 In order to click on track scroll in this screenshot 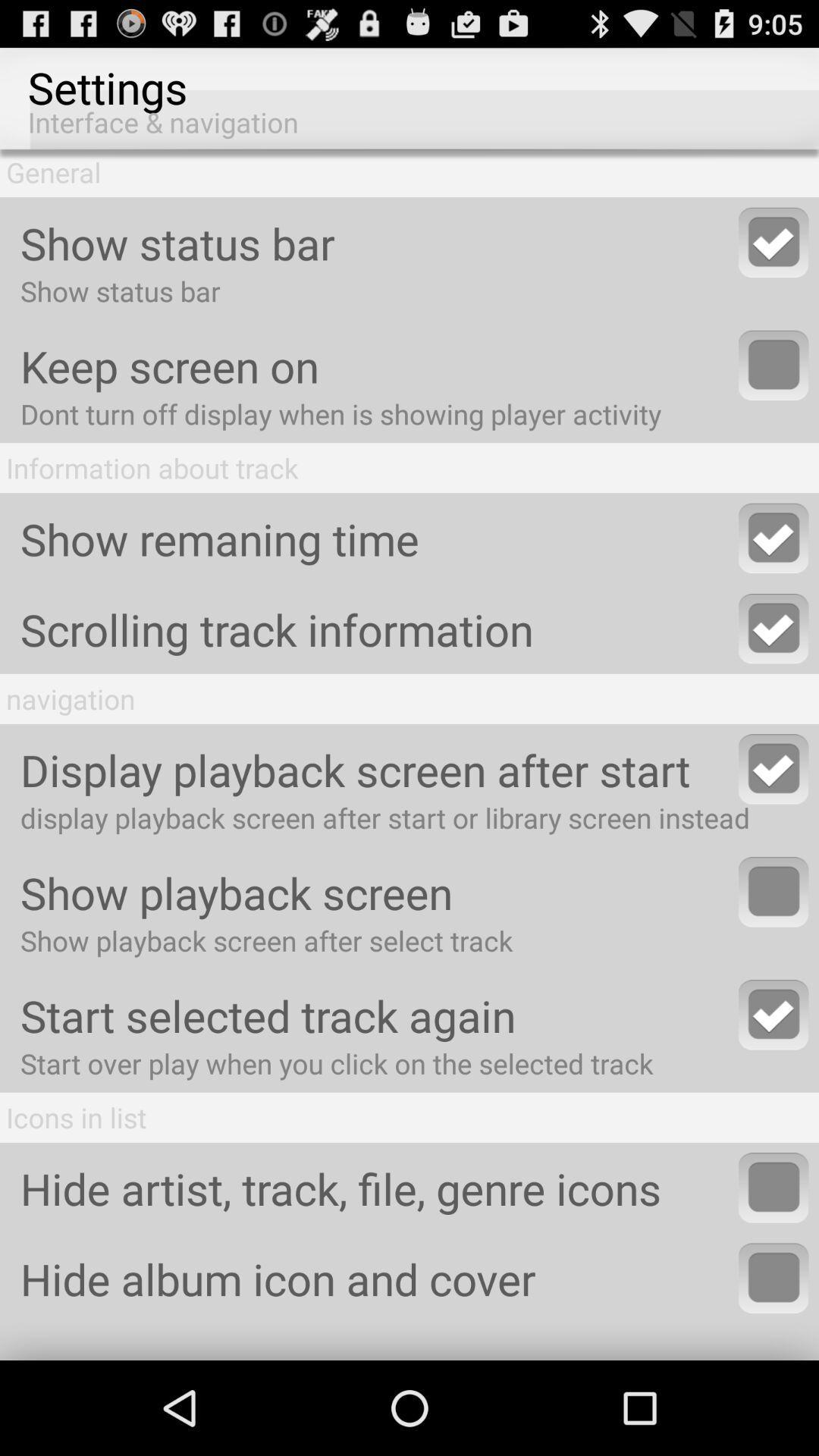, I will do `click(773, 629)`.